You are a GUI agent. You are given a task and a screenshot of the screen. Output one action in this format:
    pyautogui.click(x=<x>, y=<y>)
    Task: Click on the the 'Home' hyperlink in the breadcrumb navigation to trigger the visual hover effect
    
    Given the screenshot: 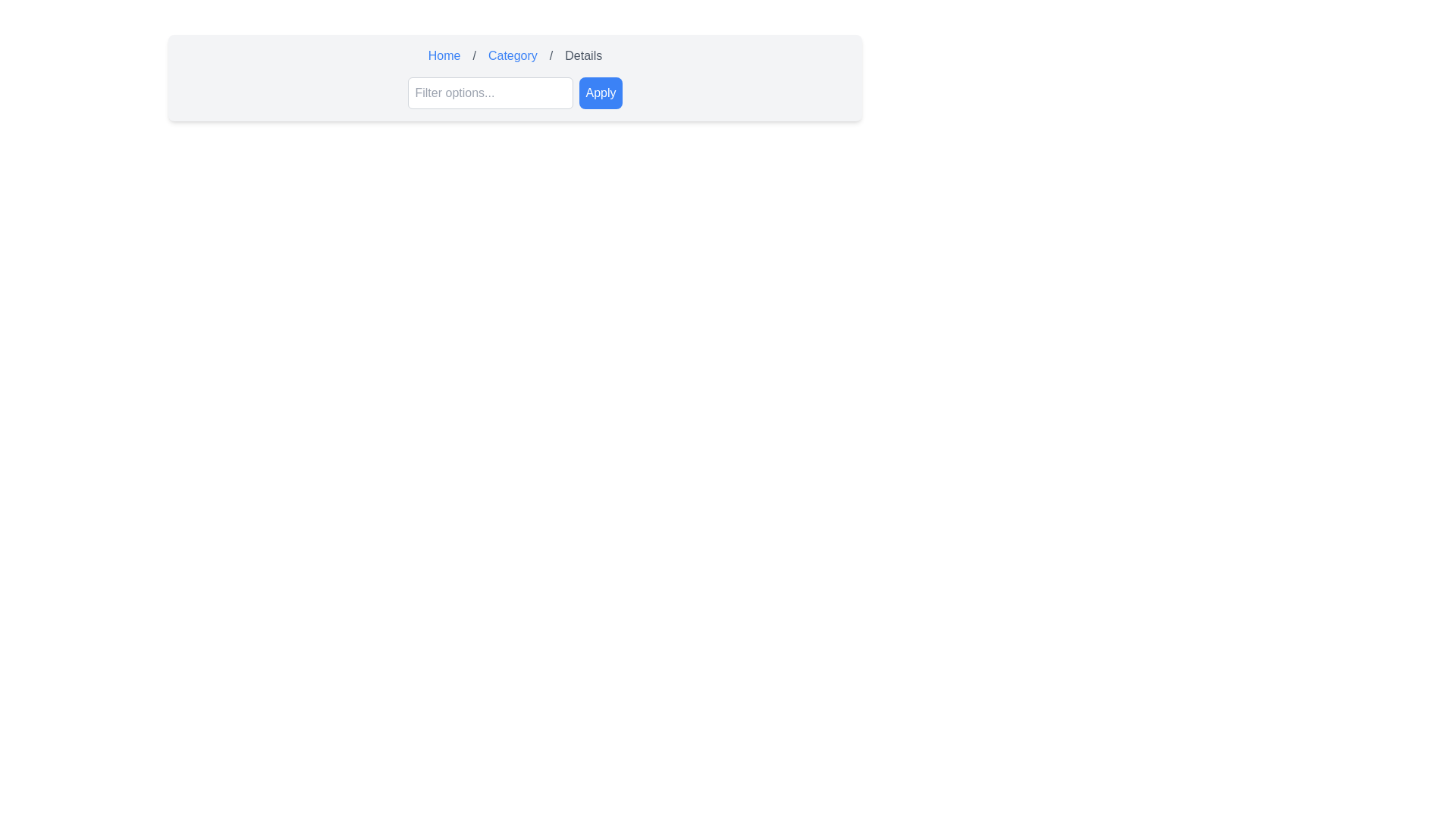 What is the action you would take?
    pyautogui.click(x=444, y=55)
    